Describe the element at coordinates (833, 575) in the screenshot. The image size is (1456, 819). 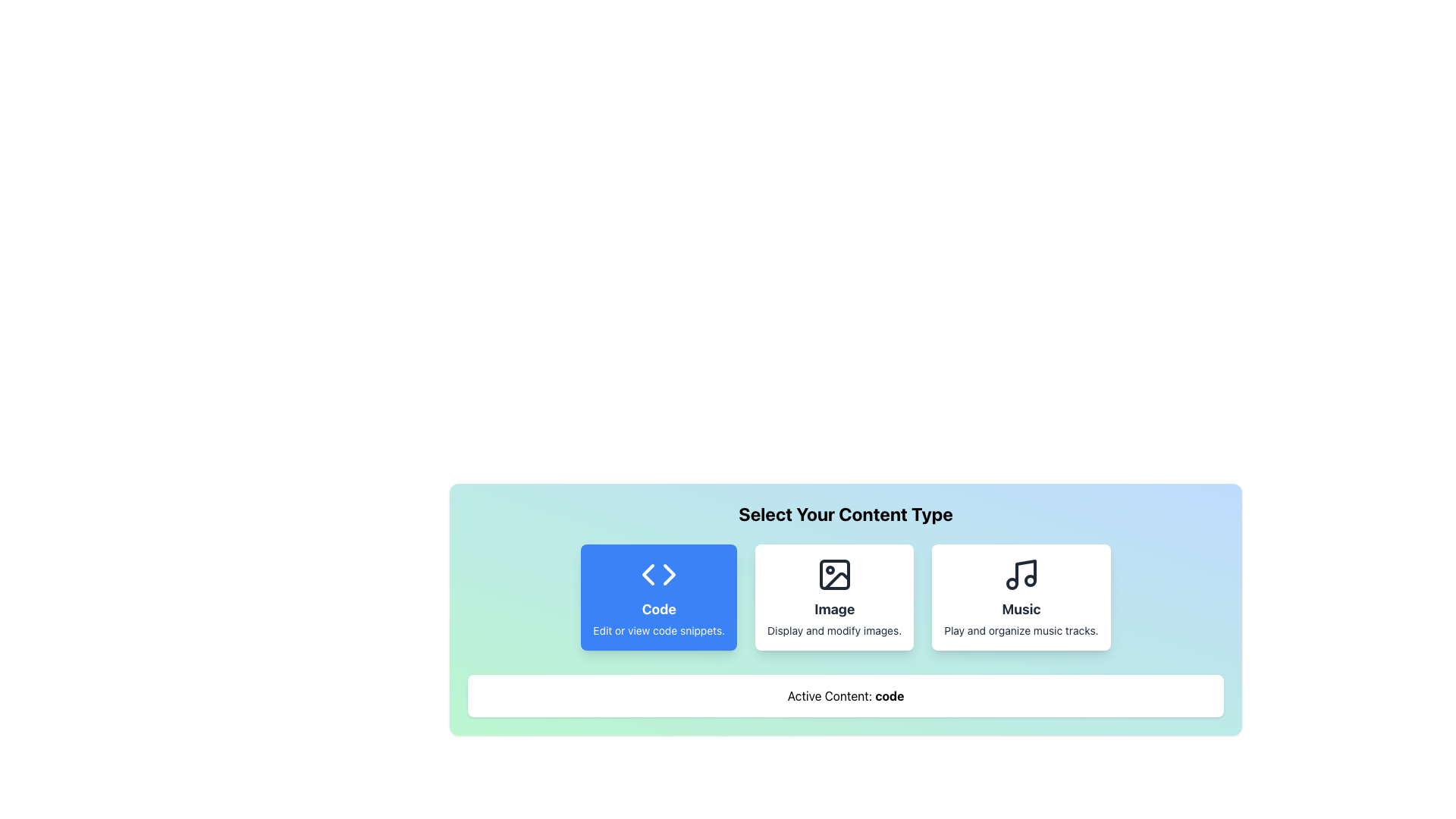
I see `the image icon located in the middle card of the three horizontally aligned cards, which has the text 'Image' below it and is surrounded by a light background` at that location.